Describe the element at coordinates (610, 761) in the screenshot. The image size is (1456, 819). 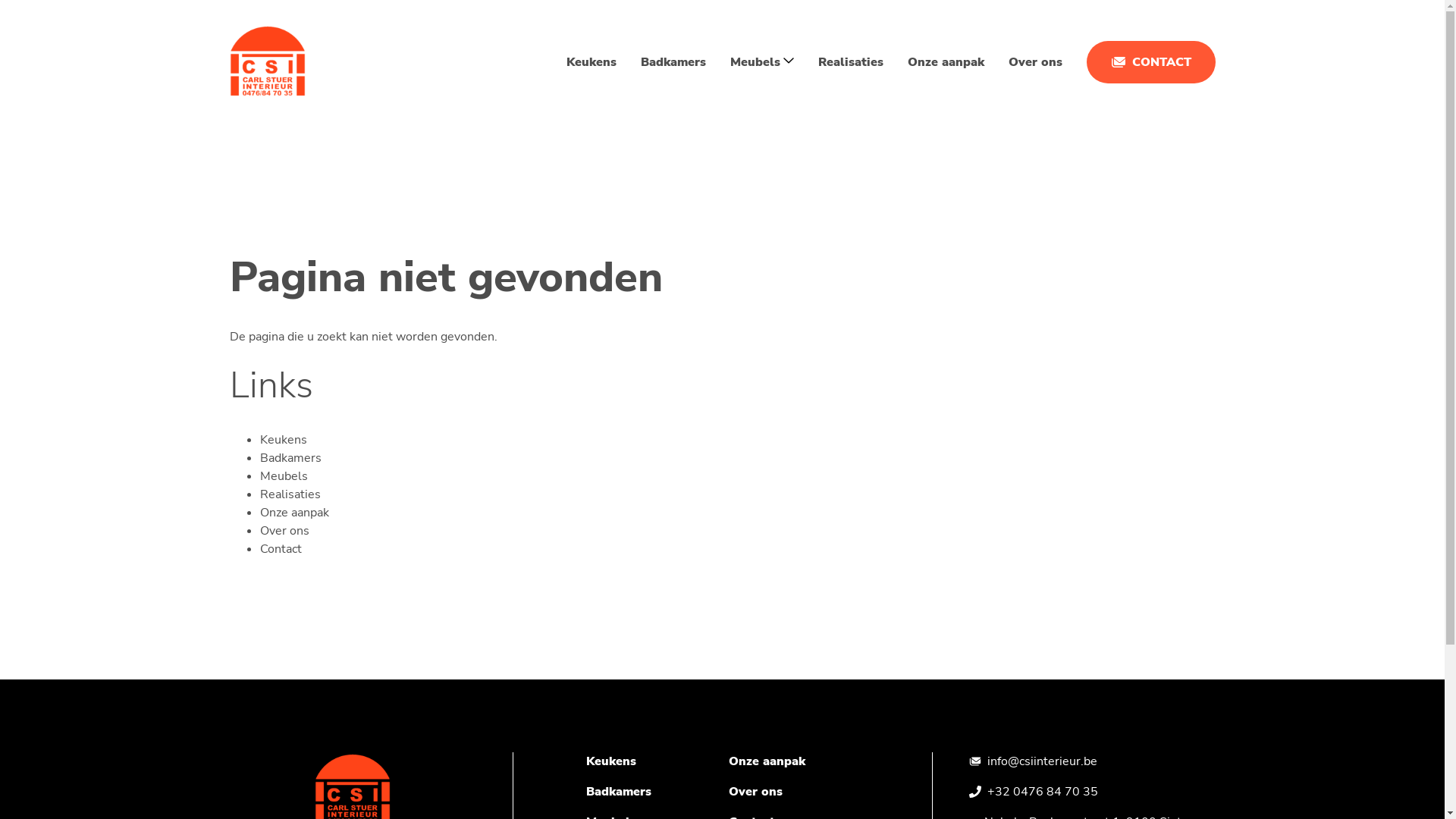
I see `'Keukens'` at that location.